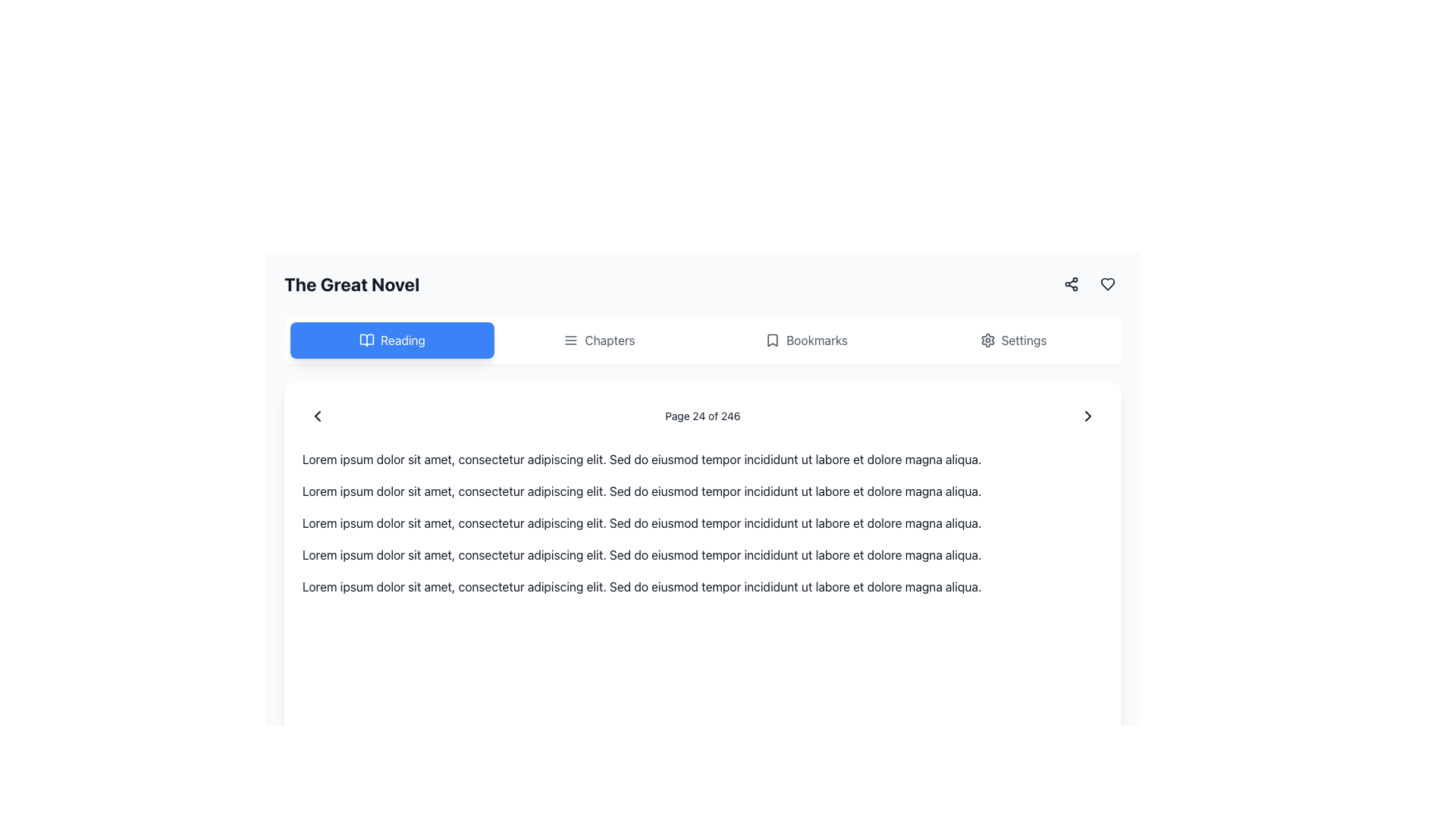  What do you see at coordinates (816, 339) in the screenshot?
I see `the 'Bookmarks' text label located in the central horizontal menu bar near the top of the interface, to the right of the bookmark icon` at bounding box center [816, 339].